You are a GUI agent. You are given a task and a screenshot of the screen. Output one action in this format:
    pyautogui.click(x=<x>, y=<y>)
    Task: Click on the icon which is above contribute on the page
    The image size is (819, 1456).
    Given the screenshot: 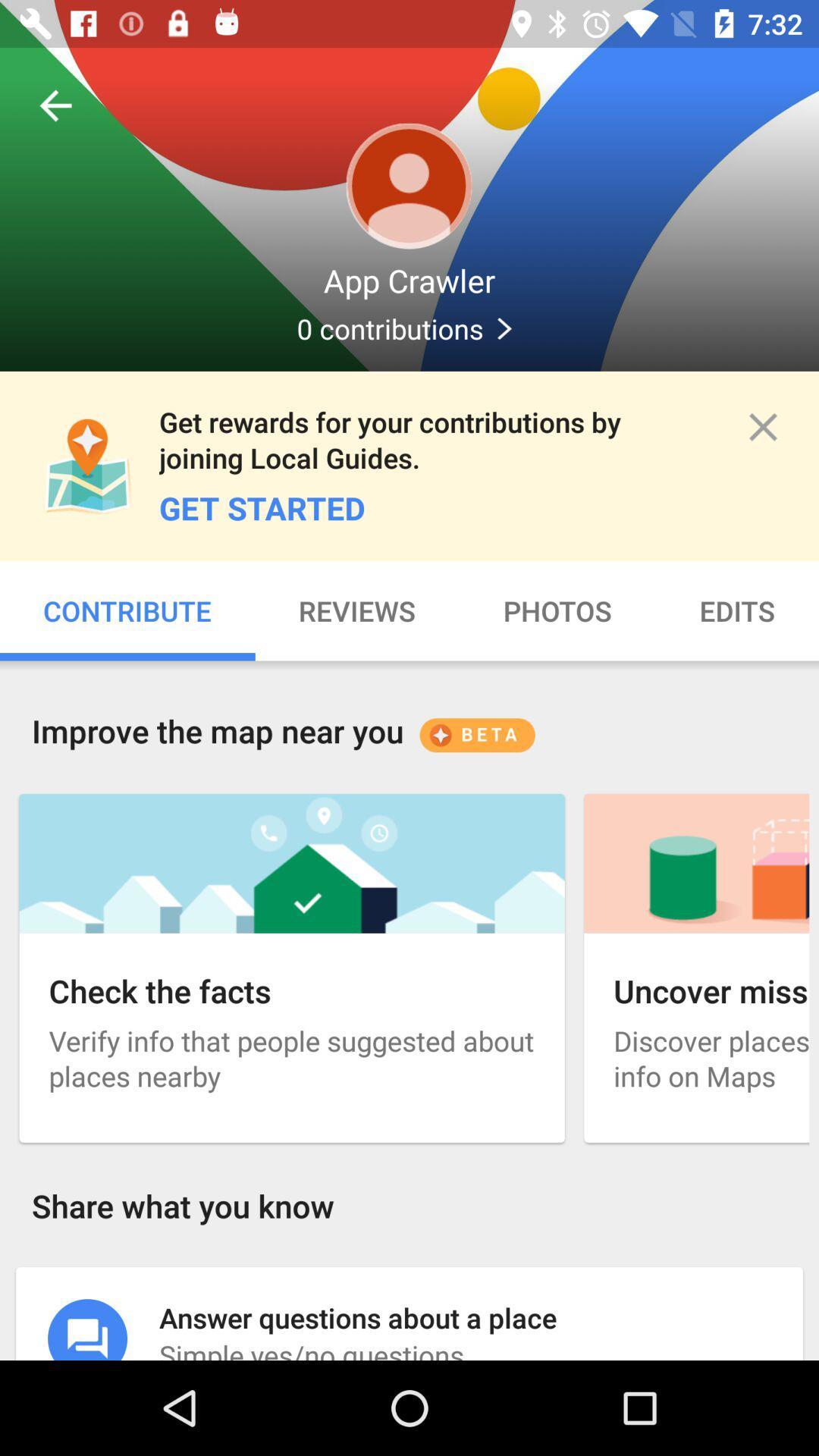 What is the action you would take?
    pyautogui.click(x=87, y=465)
    